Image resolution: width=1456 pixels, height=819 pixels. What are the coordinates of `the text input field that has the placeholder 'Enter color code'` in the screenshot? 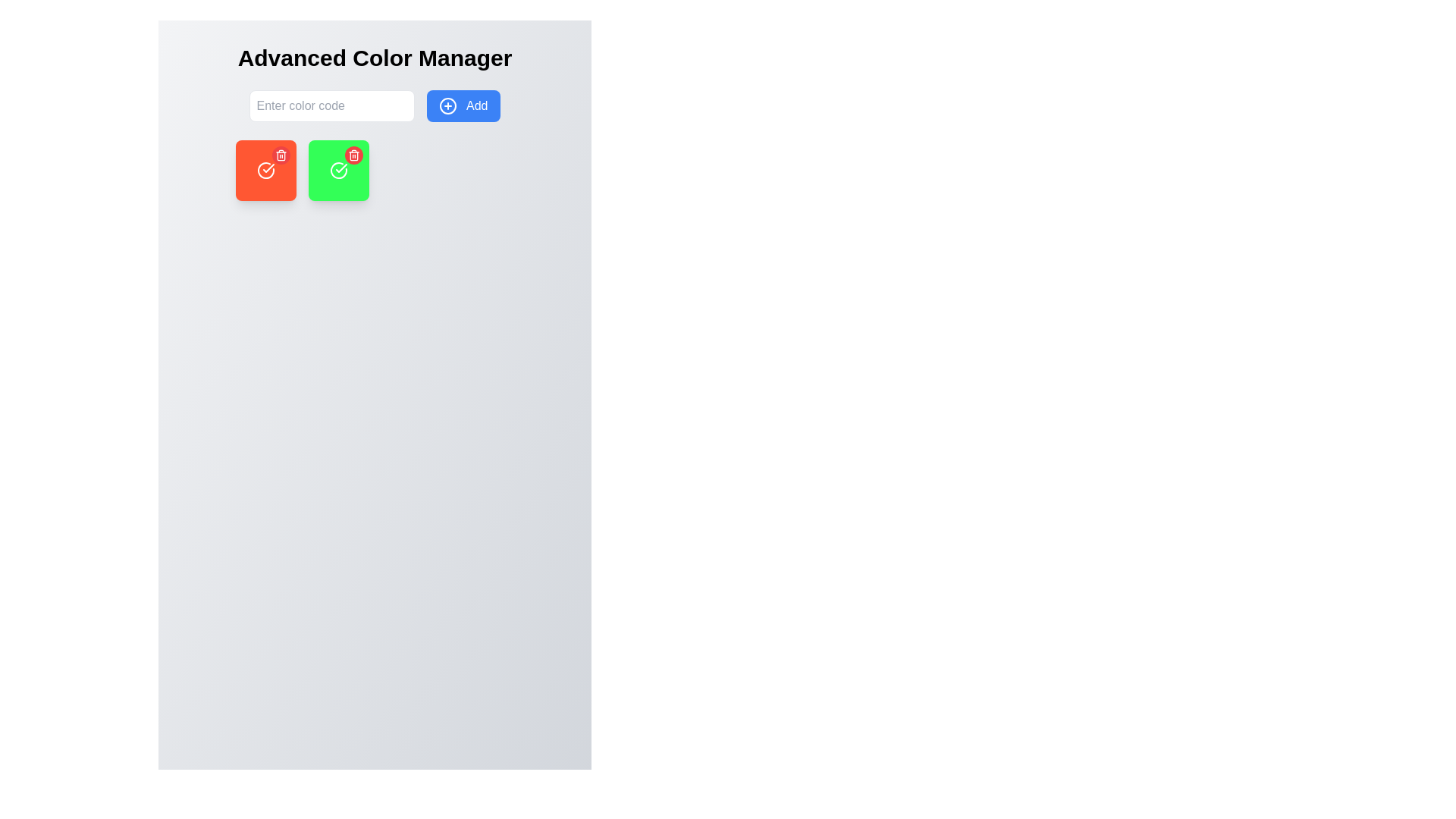 It's located at (331, 105).